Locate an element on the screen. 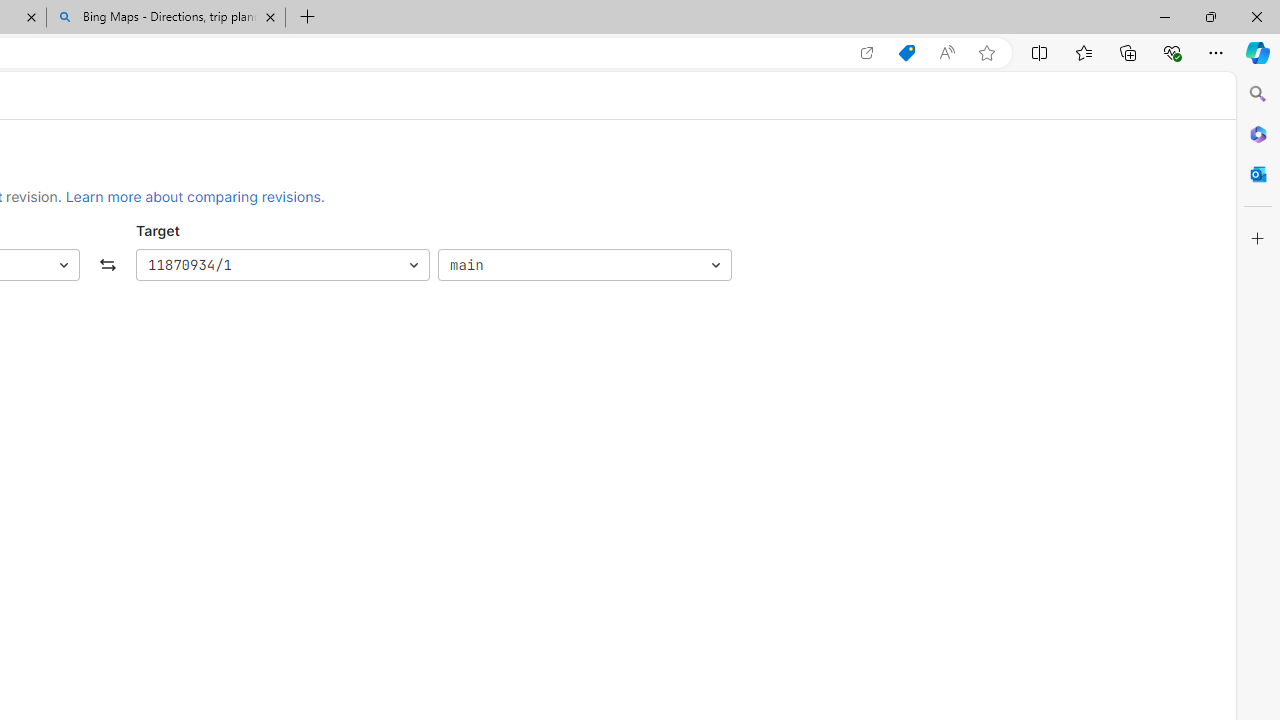 The height and width of the screenshot is (720, 1280). 'Outlook' is located at coordinates (1257, 173).